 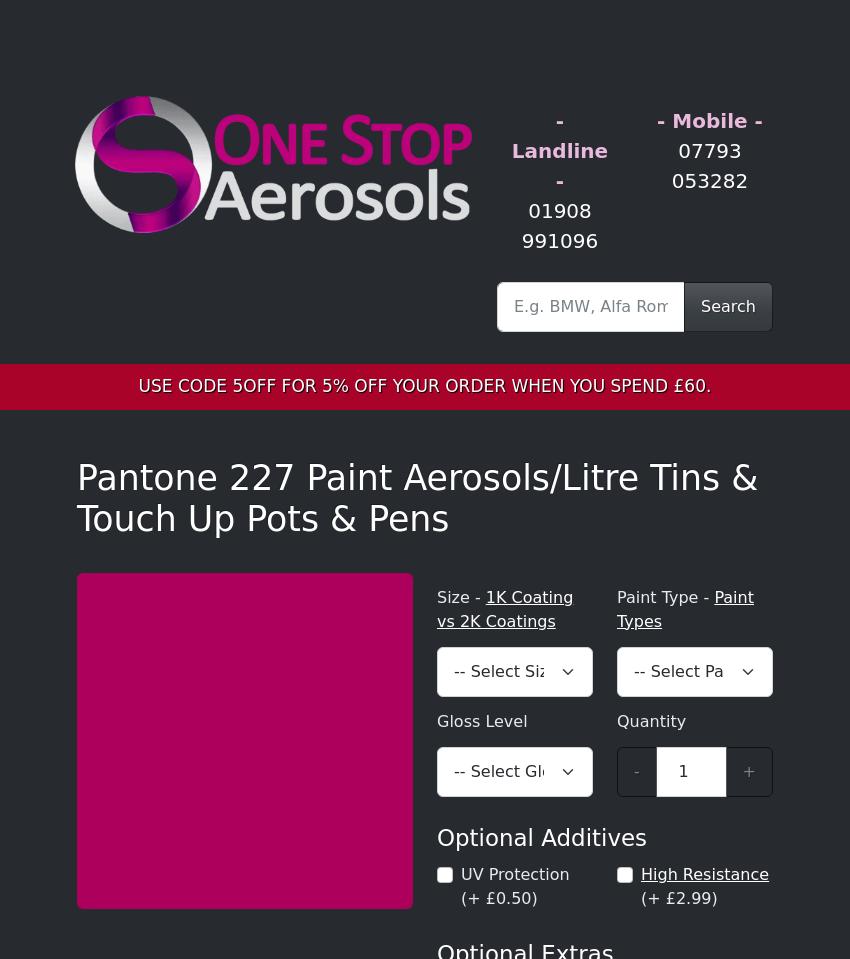 What do you see at coordinates (309, 777) in the screenshot?
I see `'Do I have to use a primer before applying a topcoat?'` at bounding box center [309, 777].